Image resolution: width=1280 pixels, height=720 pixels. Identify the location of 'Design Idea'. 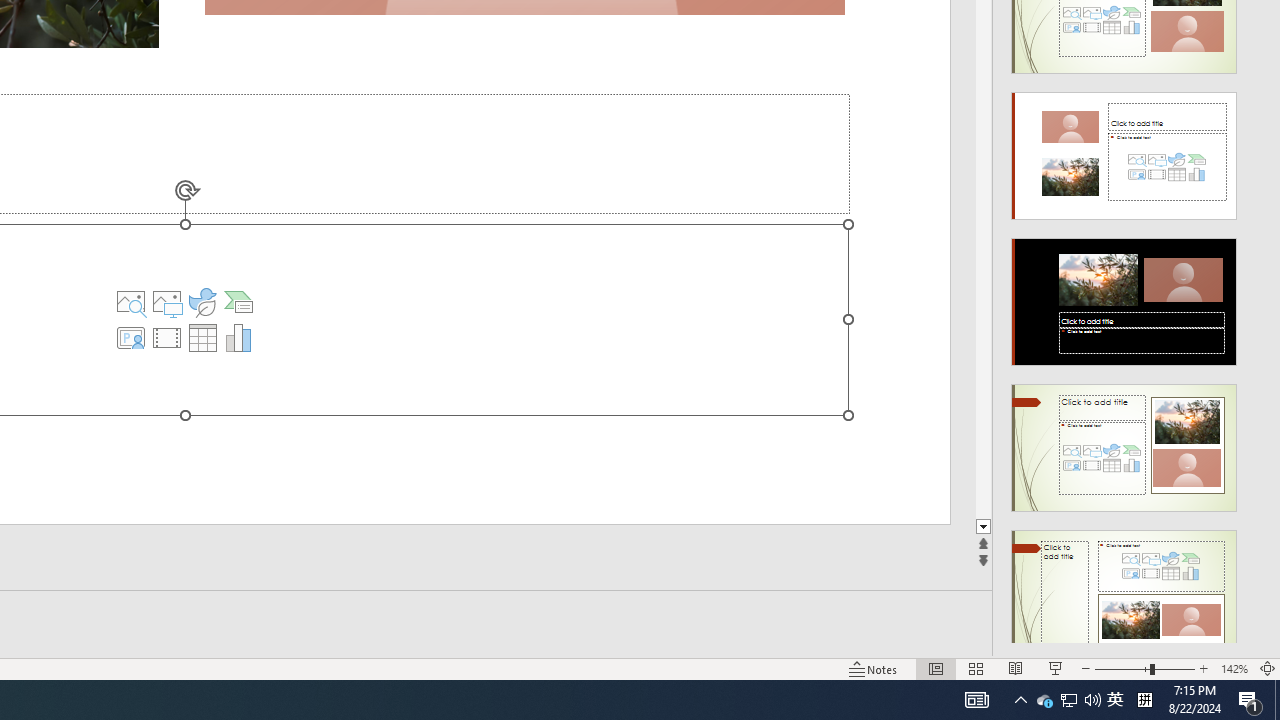
(1124, 586).